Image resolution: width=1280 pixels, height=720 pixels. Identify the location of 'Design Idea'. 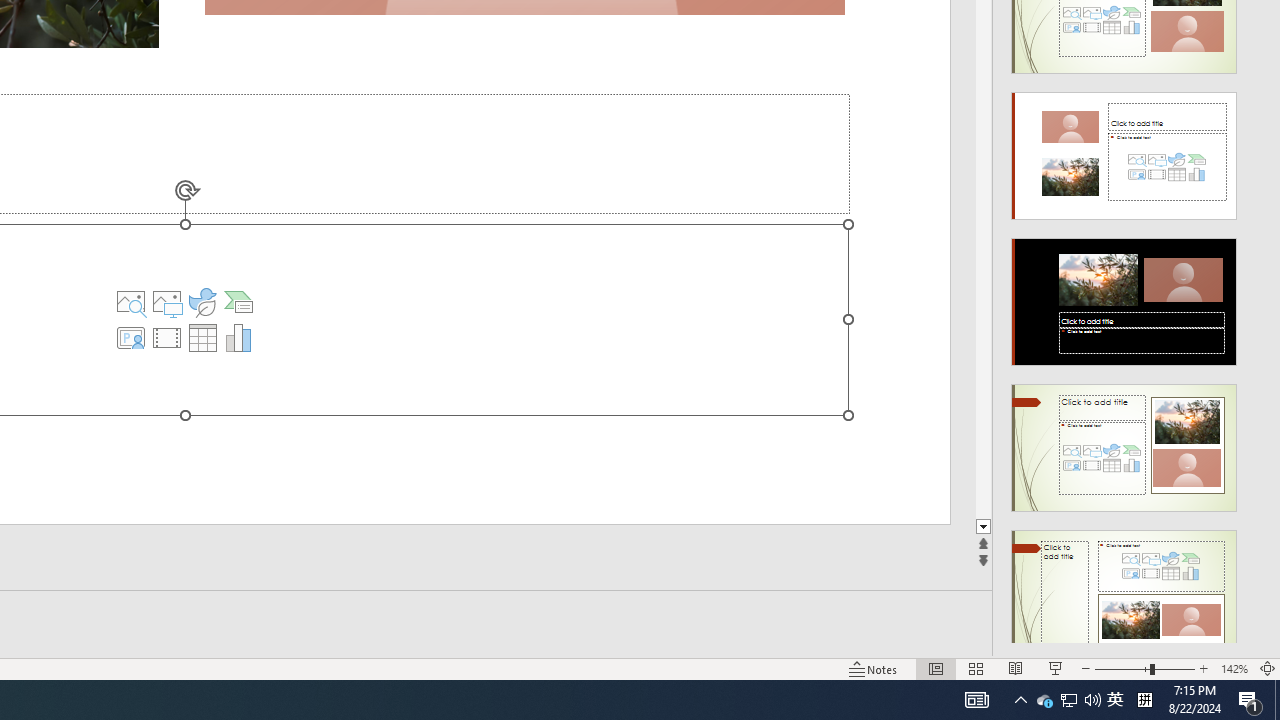
(1124, 586).